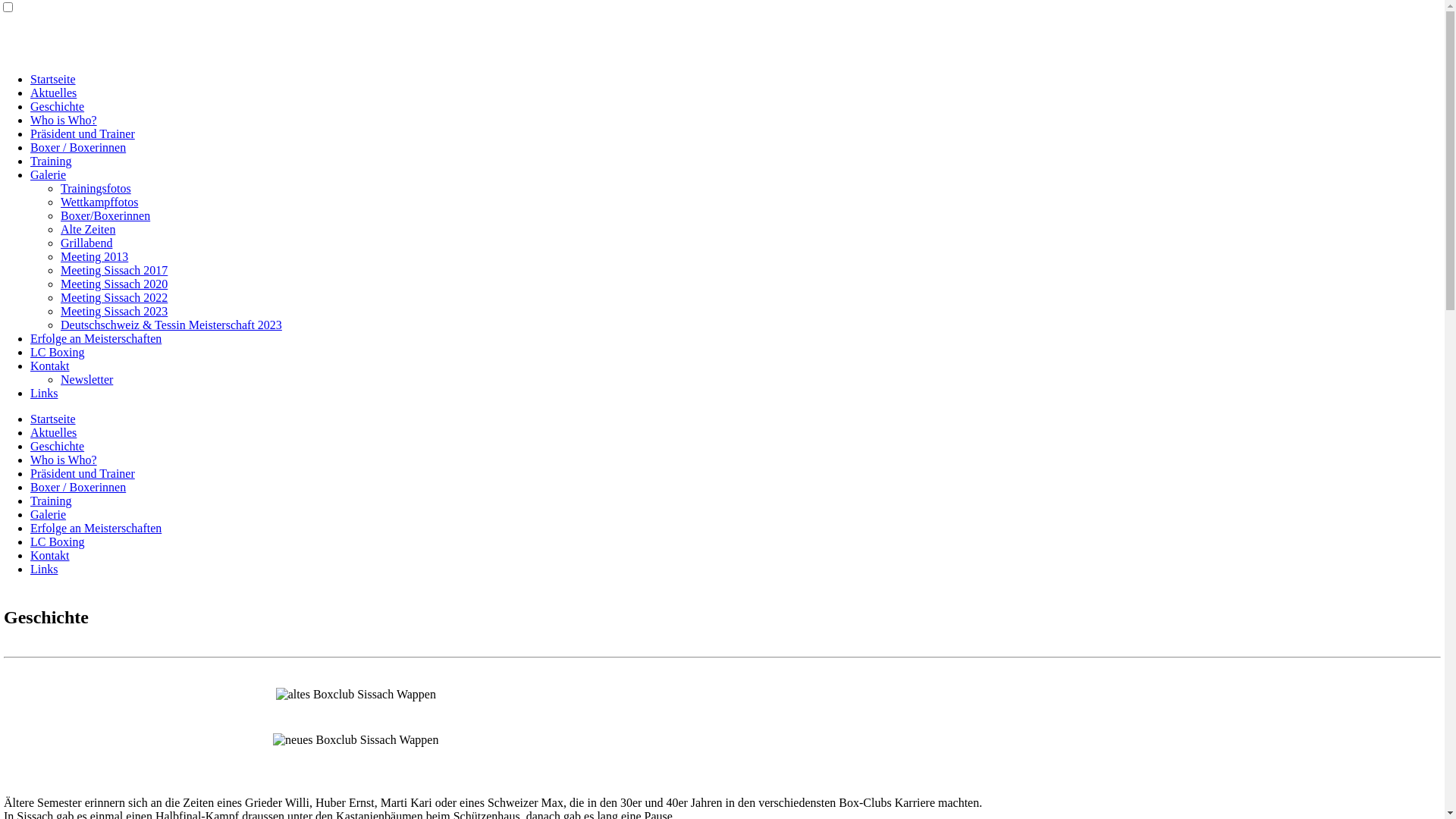 The width and height of the screenshot is (1456, 819). What do you see at coordinates (43, 569) in the screenshot?
I see `'Links'` at bounding box center [43, 569].